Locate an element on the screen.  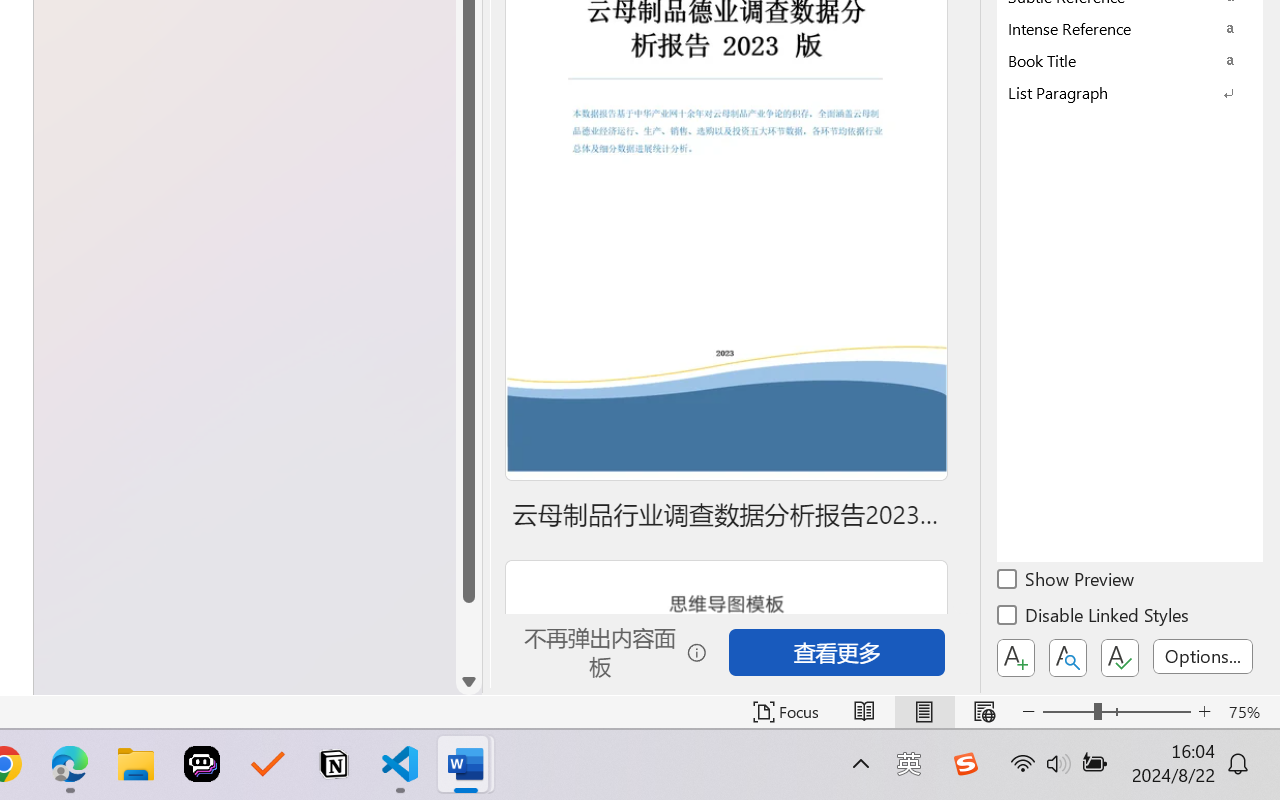
'Options...' is located at coordinates (1202, 655).